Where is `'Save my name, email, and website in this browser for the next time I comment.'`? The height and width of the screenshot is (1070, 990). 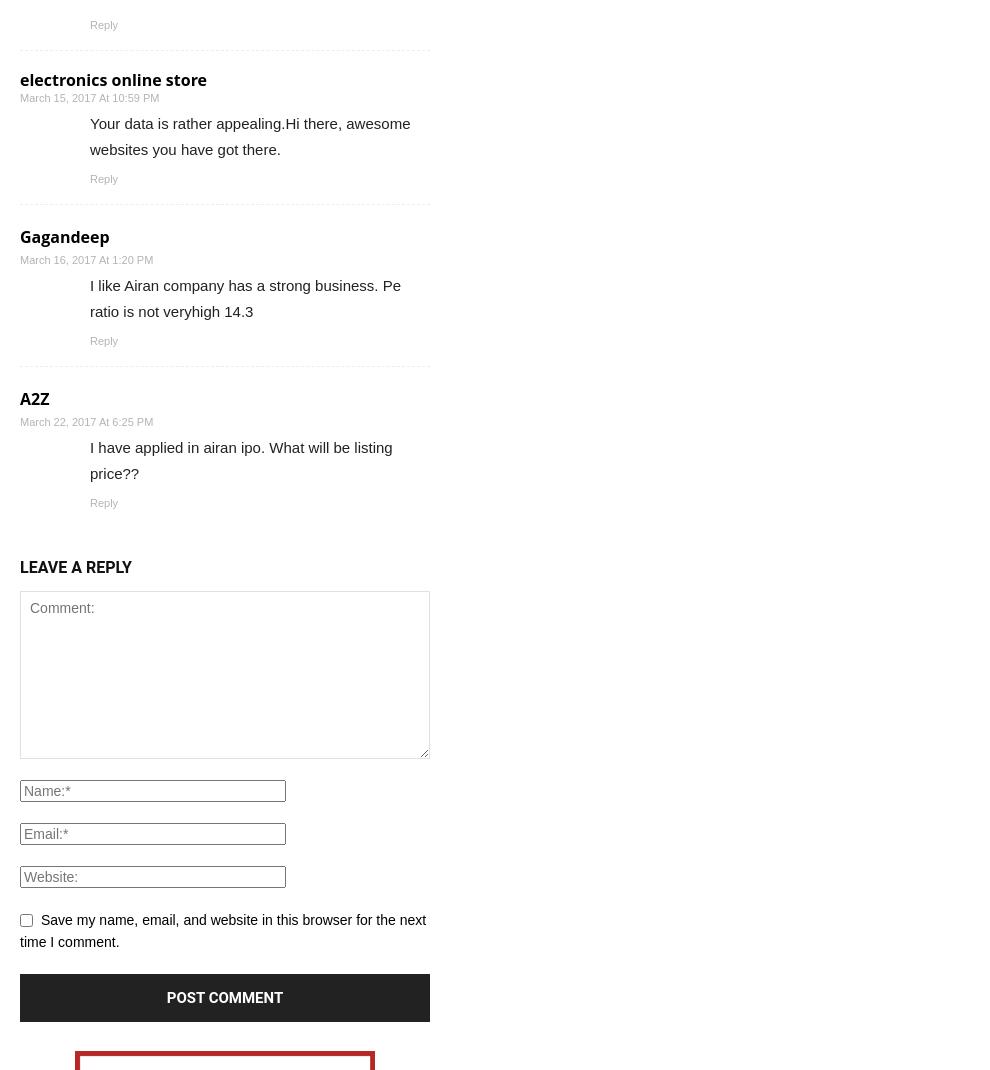
'Save my name, email, and website in this browser for the next time I comment.' is located at coordinates (222, 929).